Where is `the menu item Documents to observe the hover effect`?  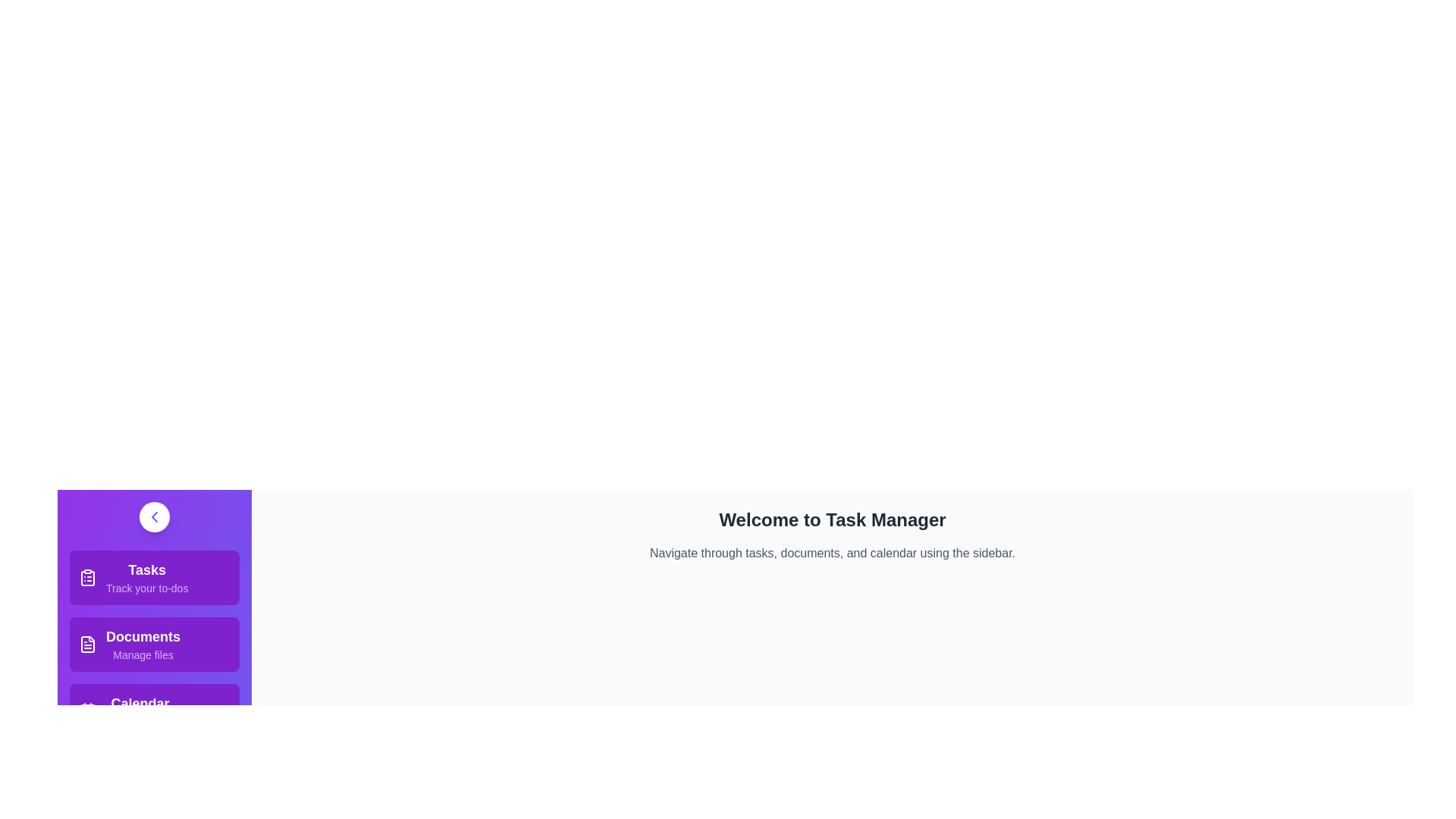
the menu item Documents to observe the hover effect is located at coordinates (154, 644).